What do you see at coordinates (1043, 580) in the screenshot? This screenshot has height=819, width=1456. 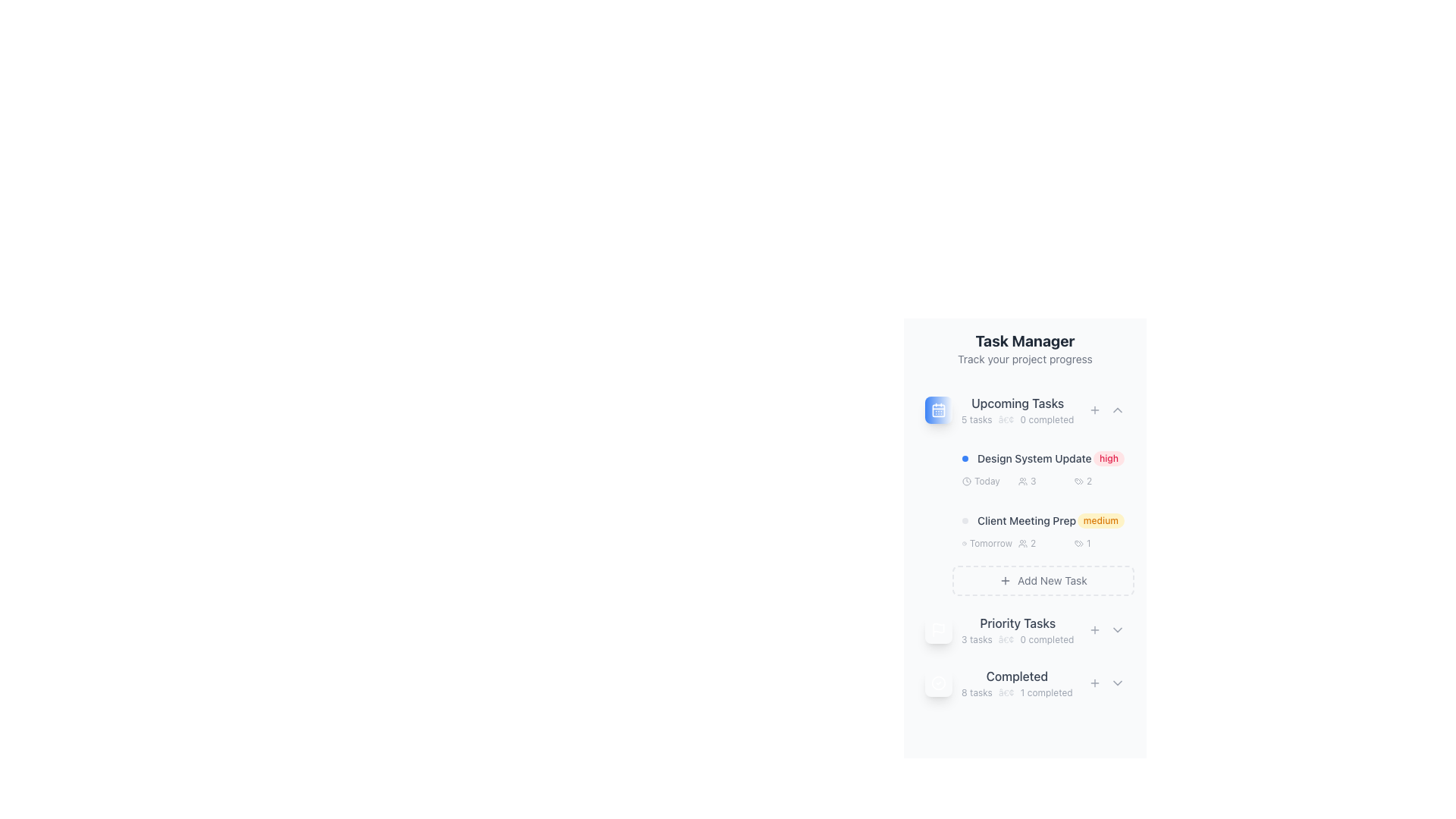 I see `the 'Add New Task' button located at the bottom of the 'Upcoming Tasks' section` at bounding box center [1043, 580].